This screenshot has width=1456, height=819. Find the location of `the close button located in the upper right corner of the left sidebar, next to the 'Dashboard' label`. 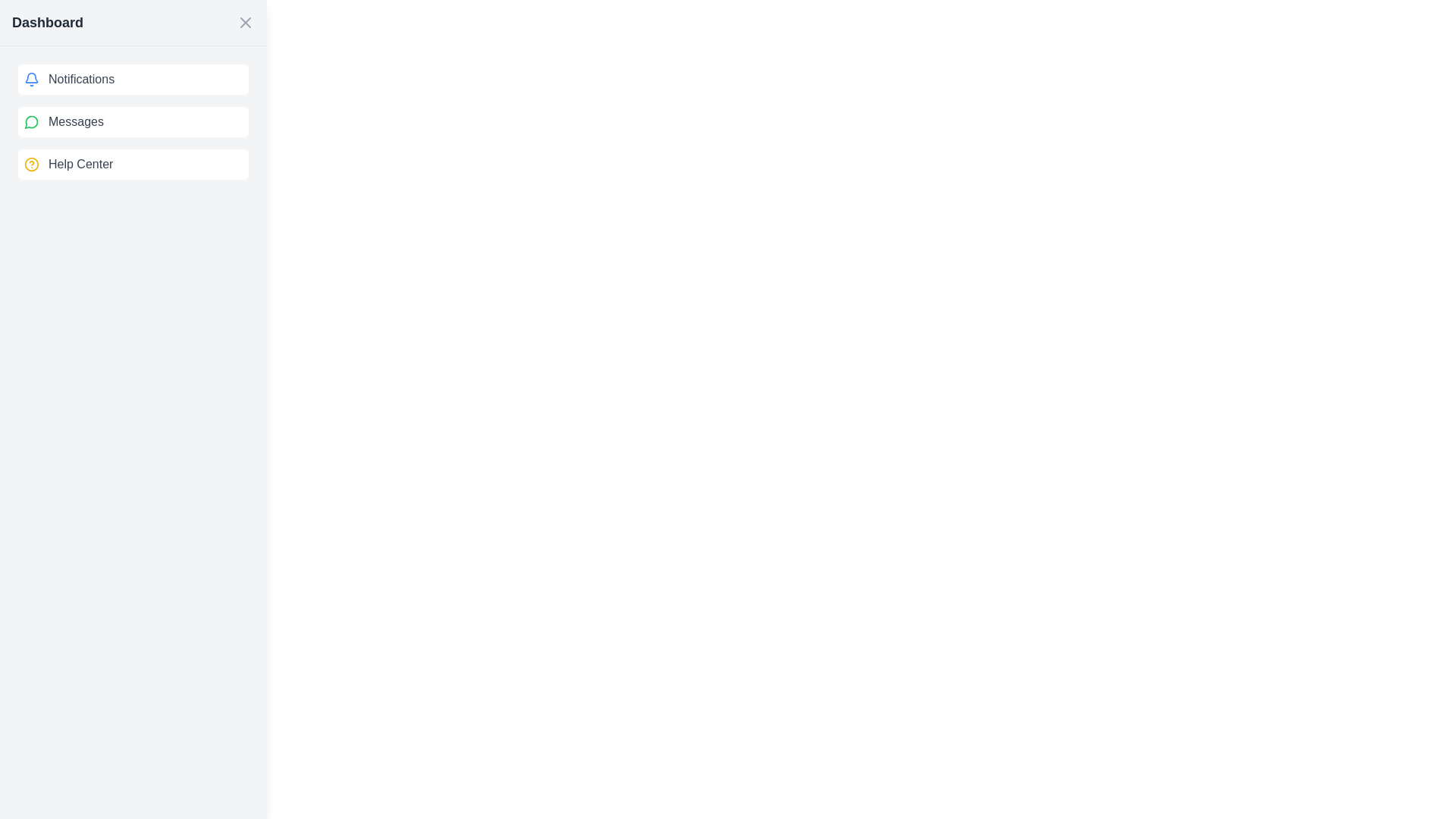

the close button located in the upper right corner of the left sidebar, next to the 'Dashboard' label is located at coordinates (246, 23).